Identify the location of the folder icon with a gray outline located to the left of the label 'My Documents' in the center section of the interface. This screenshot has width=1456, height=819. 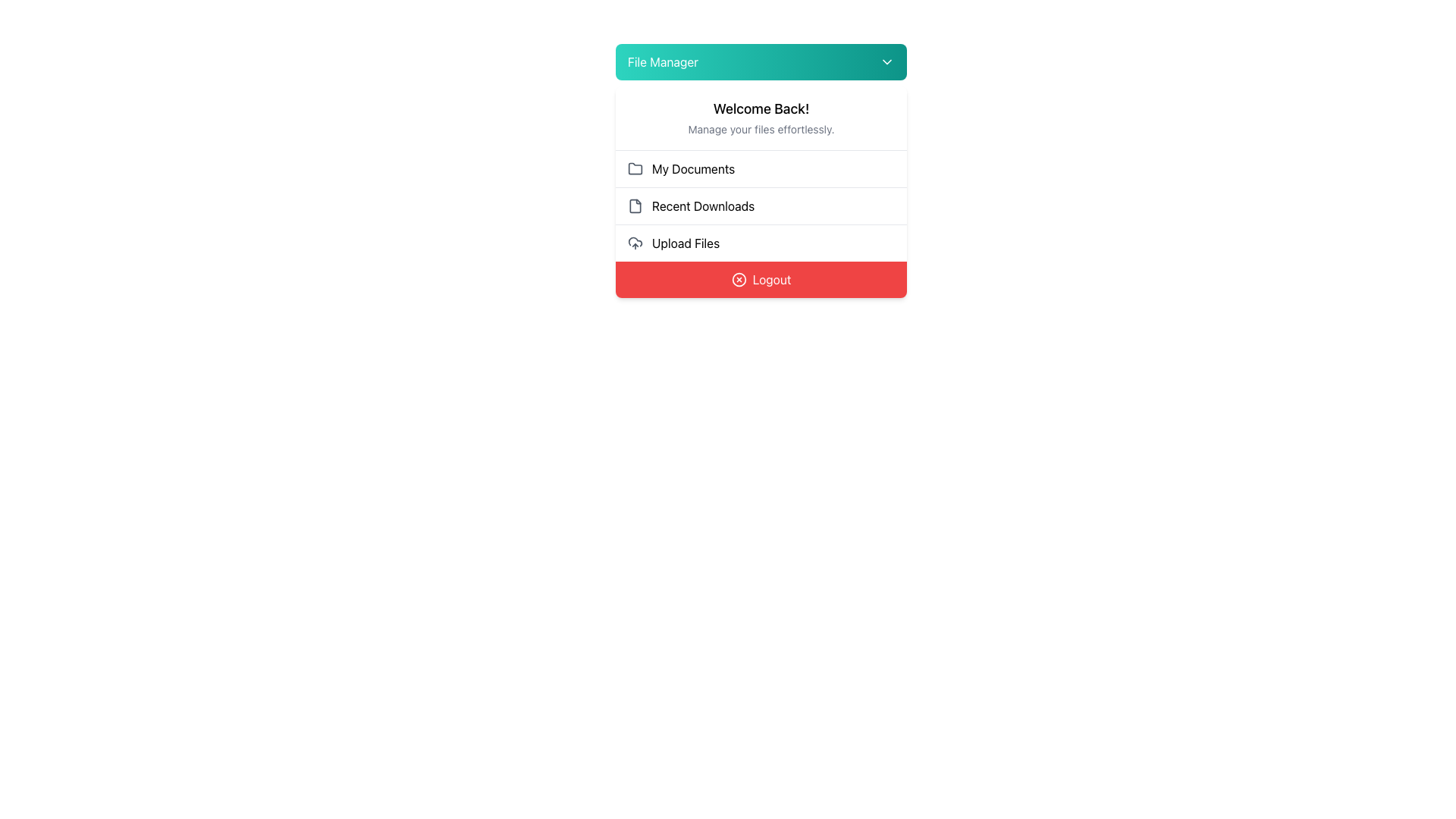
(635, 169).